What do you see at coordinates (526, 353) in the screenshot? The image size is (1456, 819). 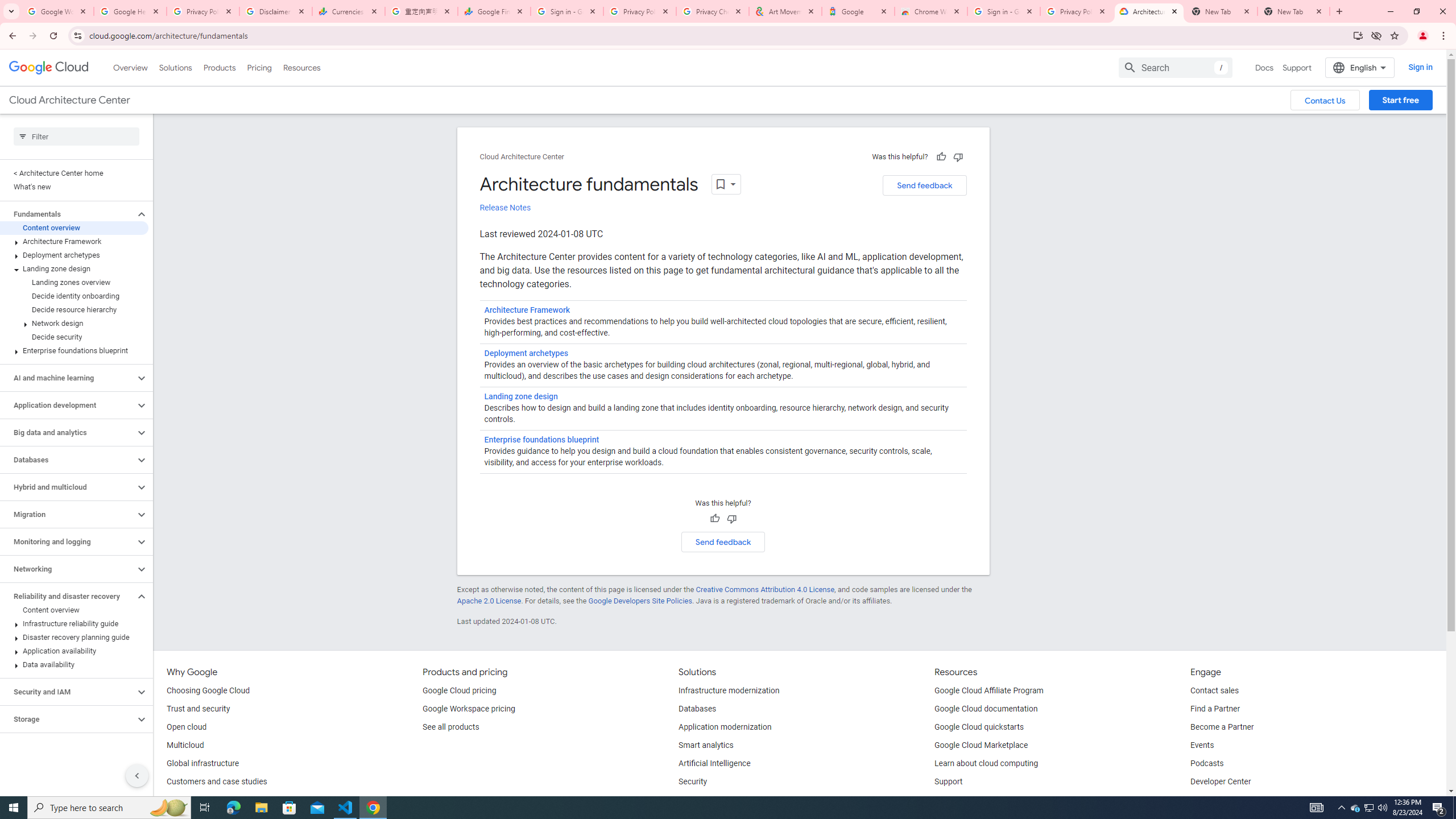 I see `'Deployment archetypes'` at bounding box center [526, 353].